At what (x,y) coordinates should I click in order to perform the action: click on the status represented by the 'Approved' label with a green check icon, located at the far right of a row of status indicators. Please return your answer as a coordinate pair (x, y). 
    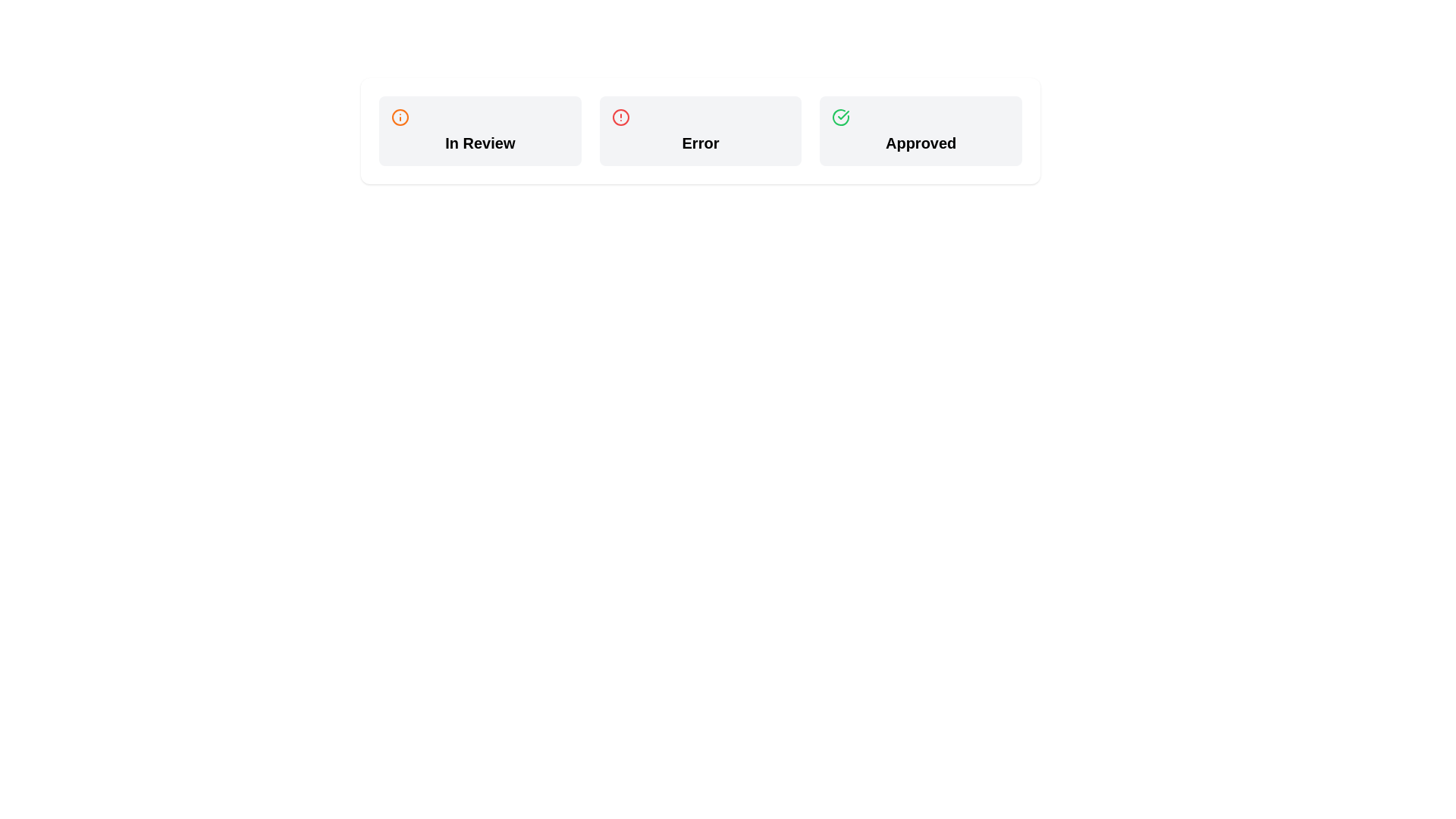
    Looking at the image, I should click on (920, 130).